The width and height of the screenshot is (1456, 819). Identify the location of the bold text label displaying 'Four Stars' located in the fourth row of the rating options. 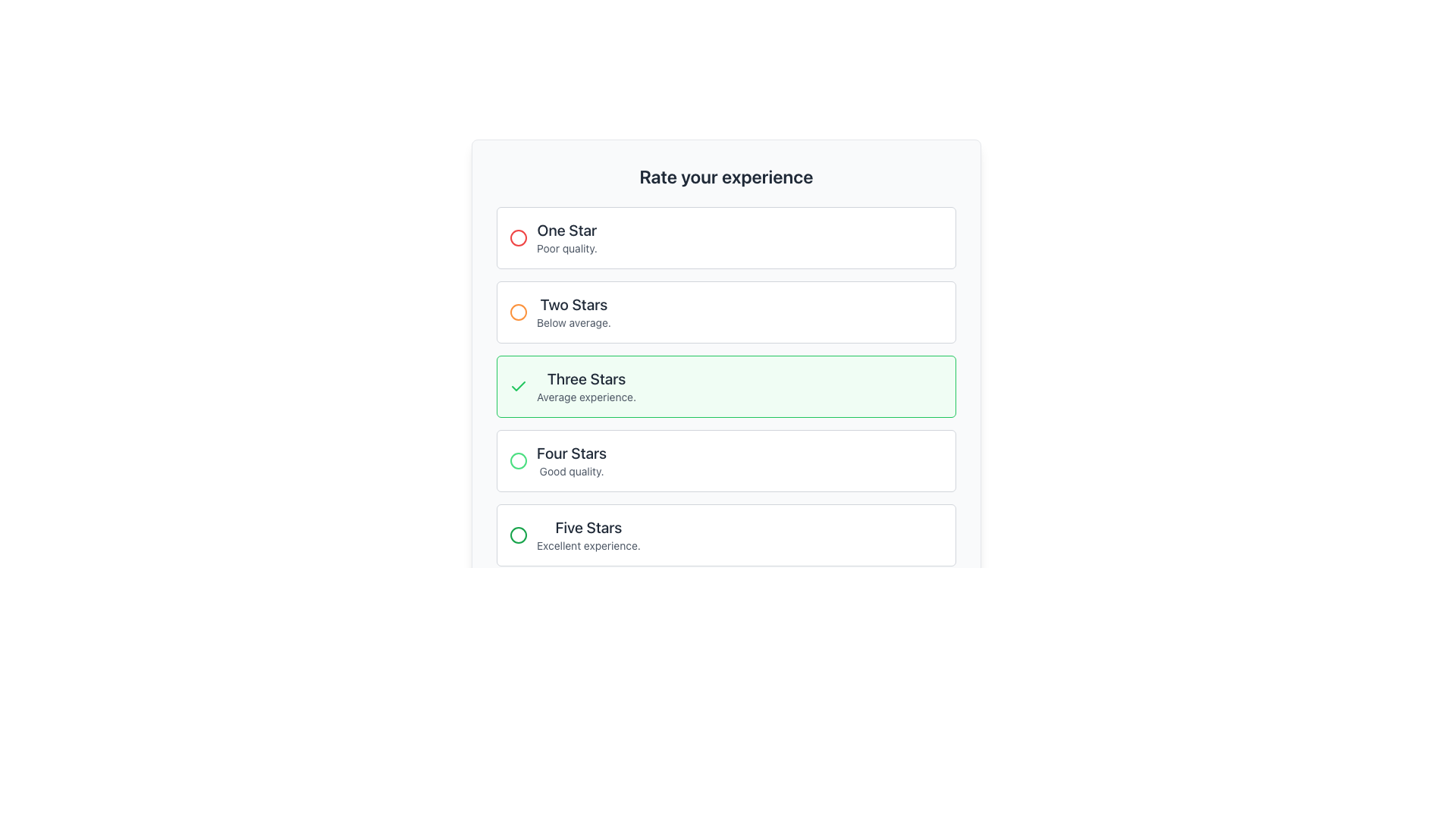
(570, 452).